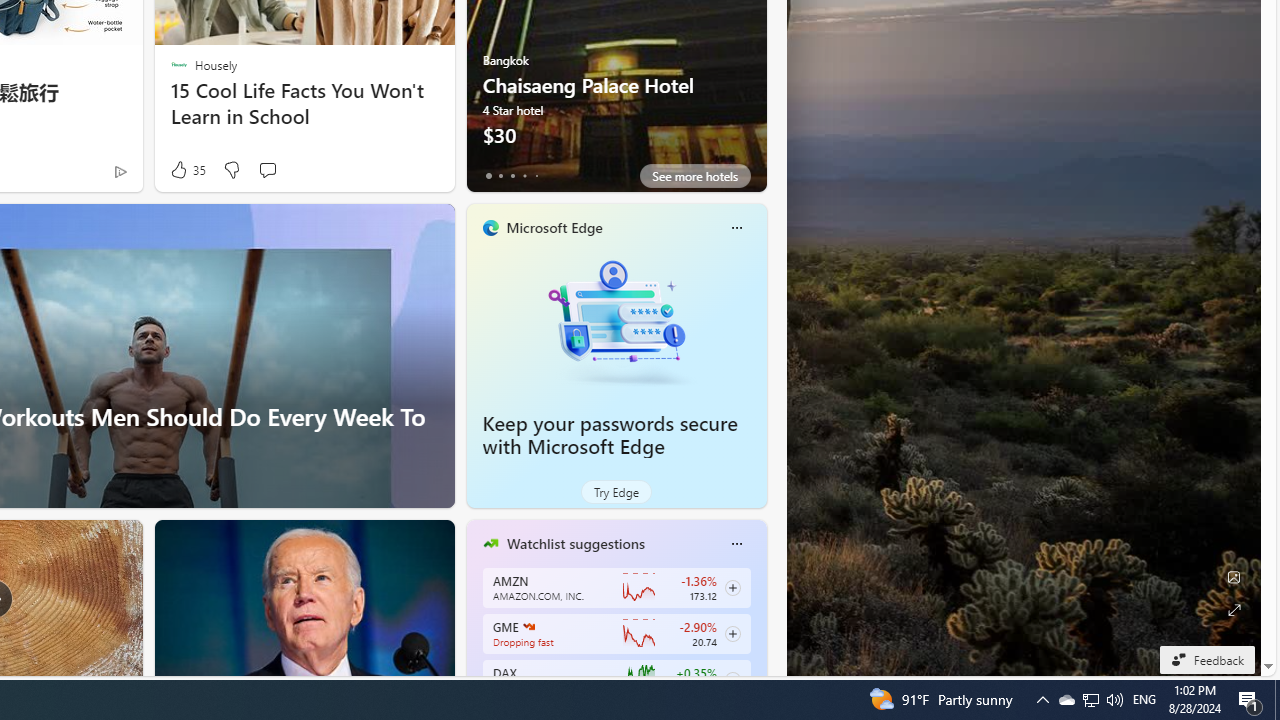 The width and height of the screenshot is (1280, 720). I want to click on 'tab-3', so click(524, 175).